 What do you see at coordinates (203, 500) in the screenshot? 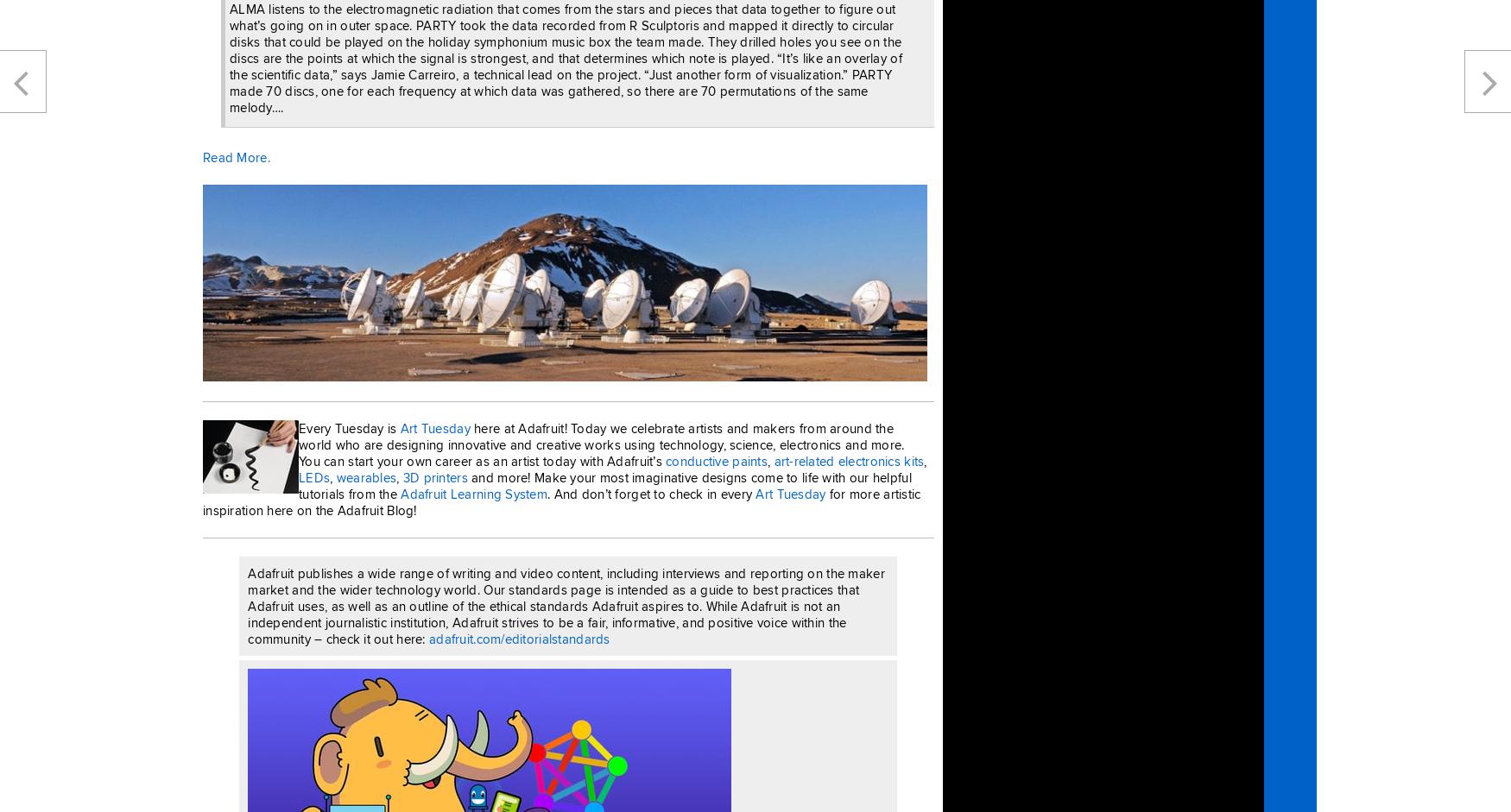
I see `'for more artistic inspiration here on the Adafruit Blog!'` at bounding box center [203, 500].